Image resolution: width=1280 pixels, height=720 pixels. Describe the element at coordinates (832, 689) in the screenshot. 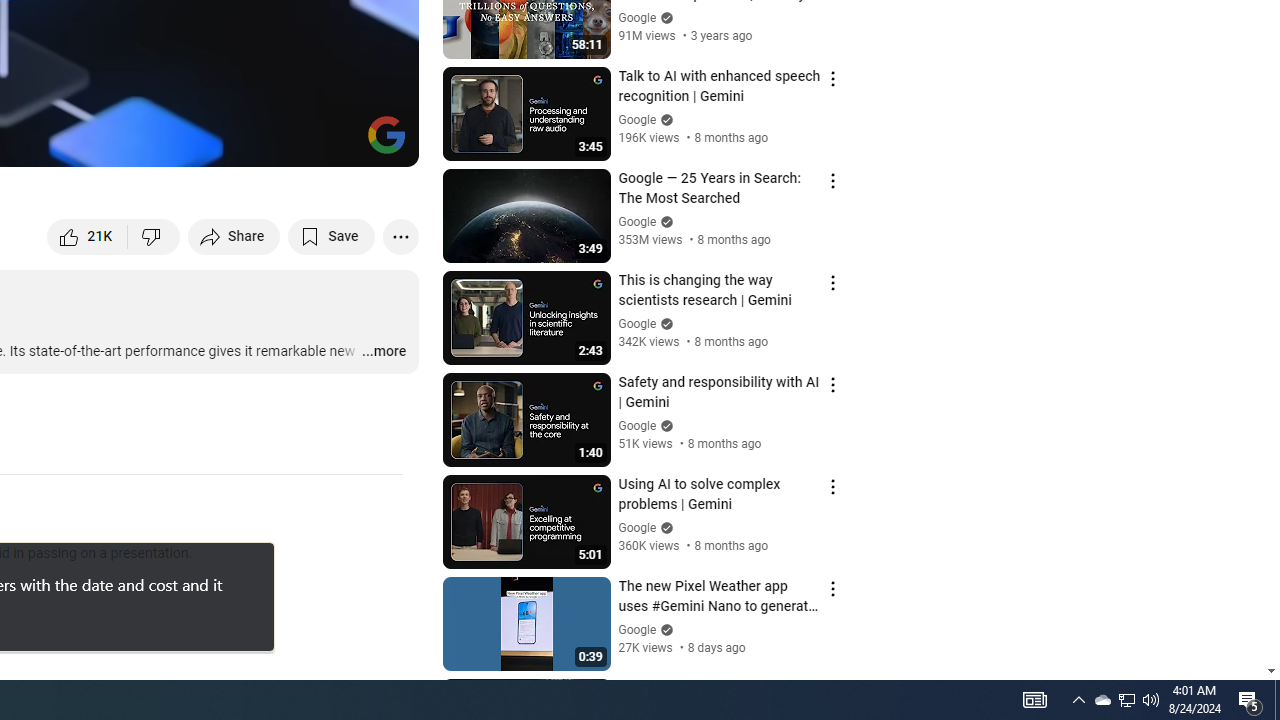

I see `'Action menu'` at that location.